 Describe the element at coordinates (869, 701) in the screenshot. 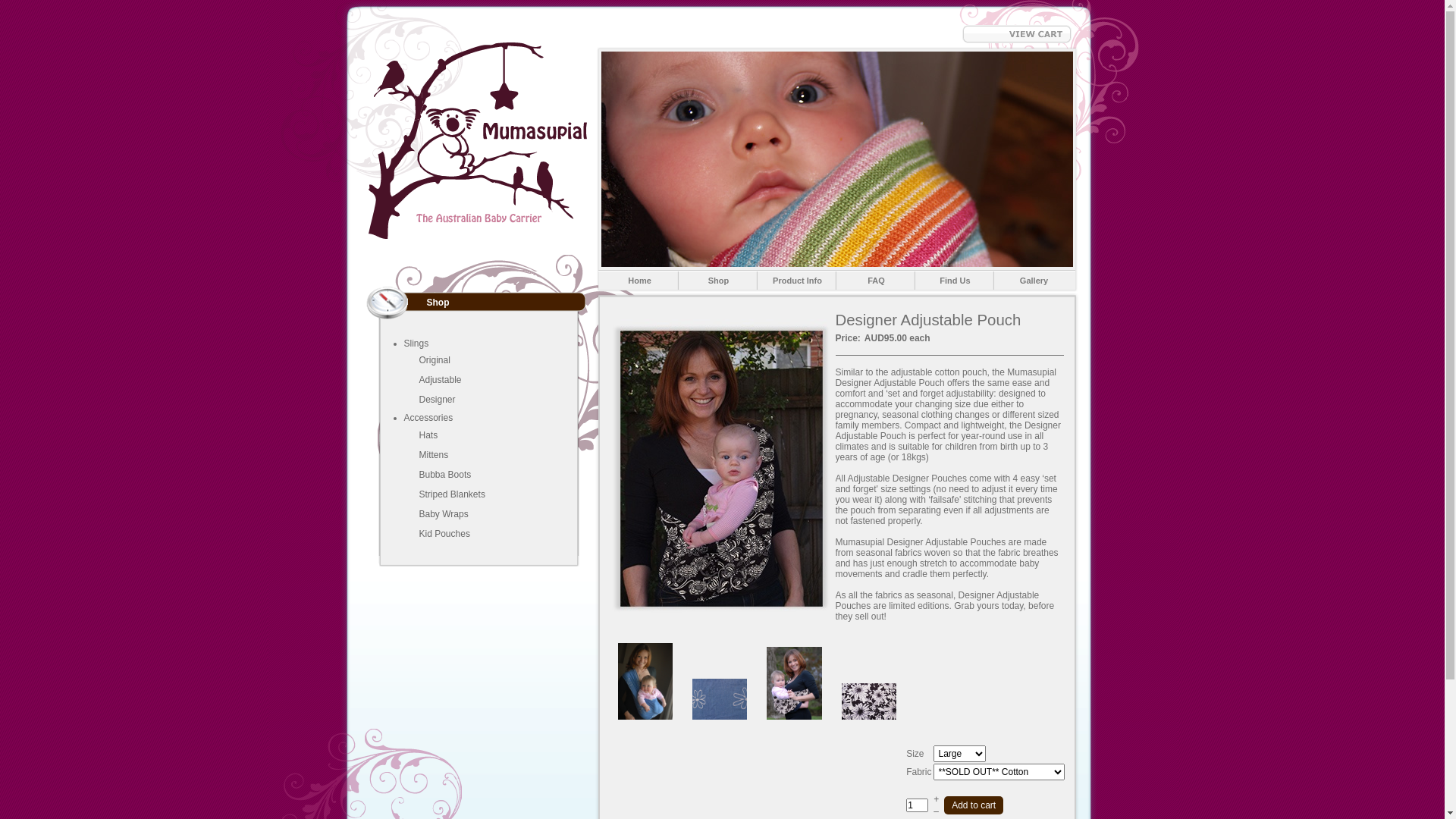

I see `'Black Daisy Baby Pouch'` at that location.